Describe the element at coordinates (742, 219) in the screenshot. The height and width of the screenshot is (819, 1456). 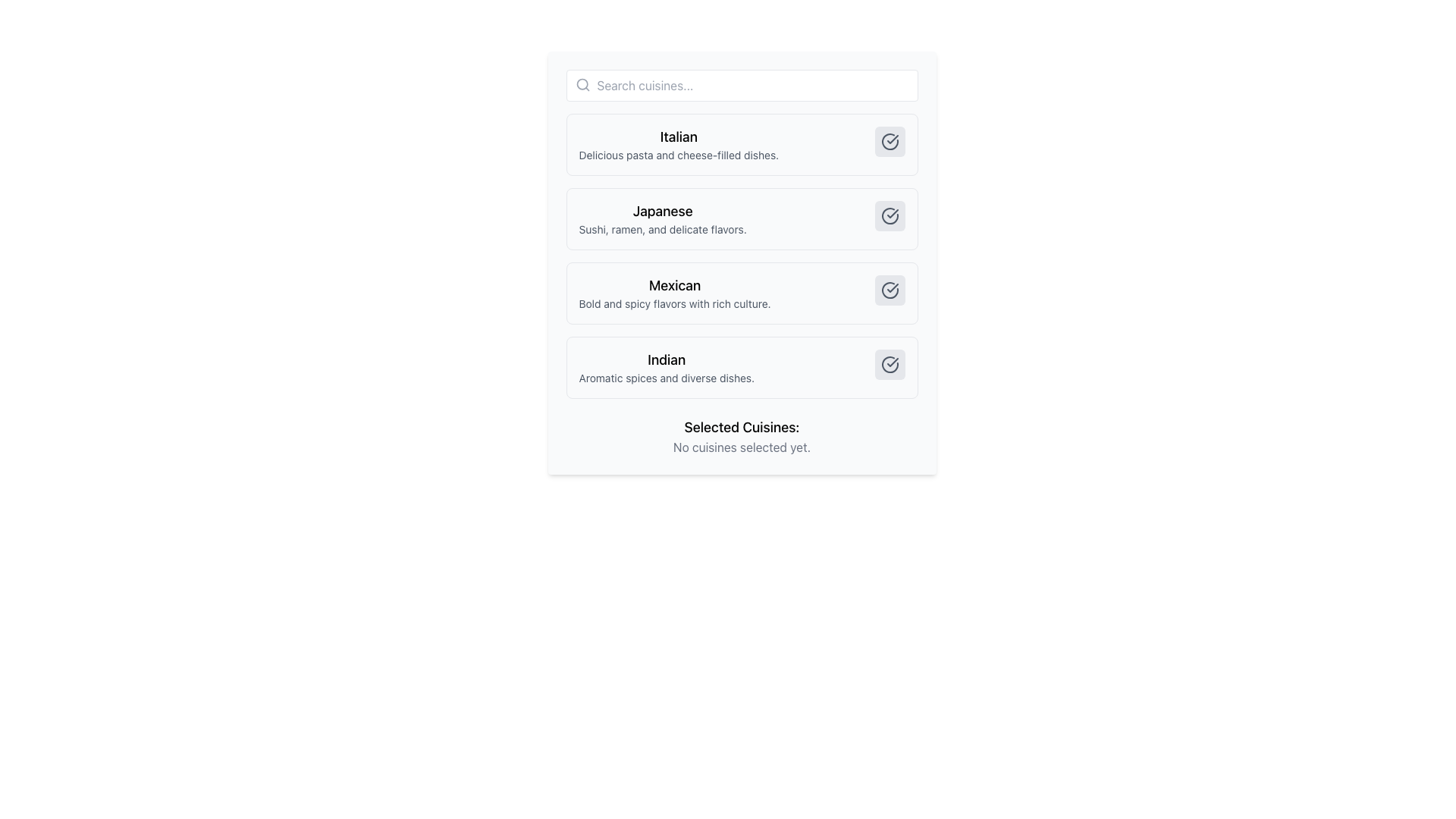
I see `the 'Japanese' card` at that location.